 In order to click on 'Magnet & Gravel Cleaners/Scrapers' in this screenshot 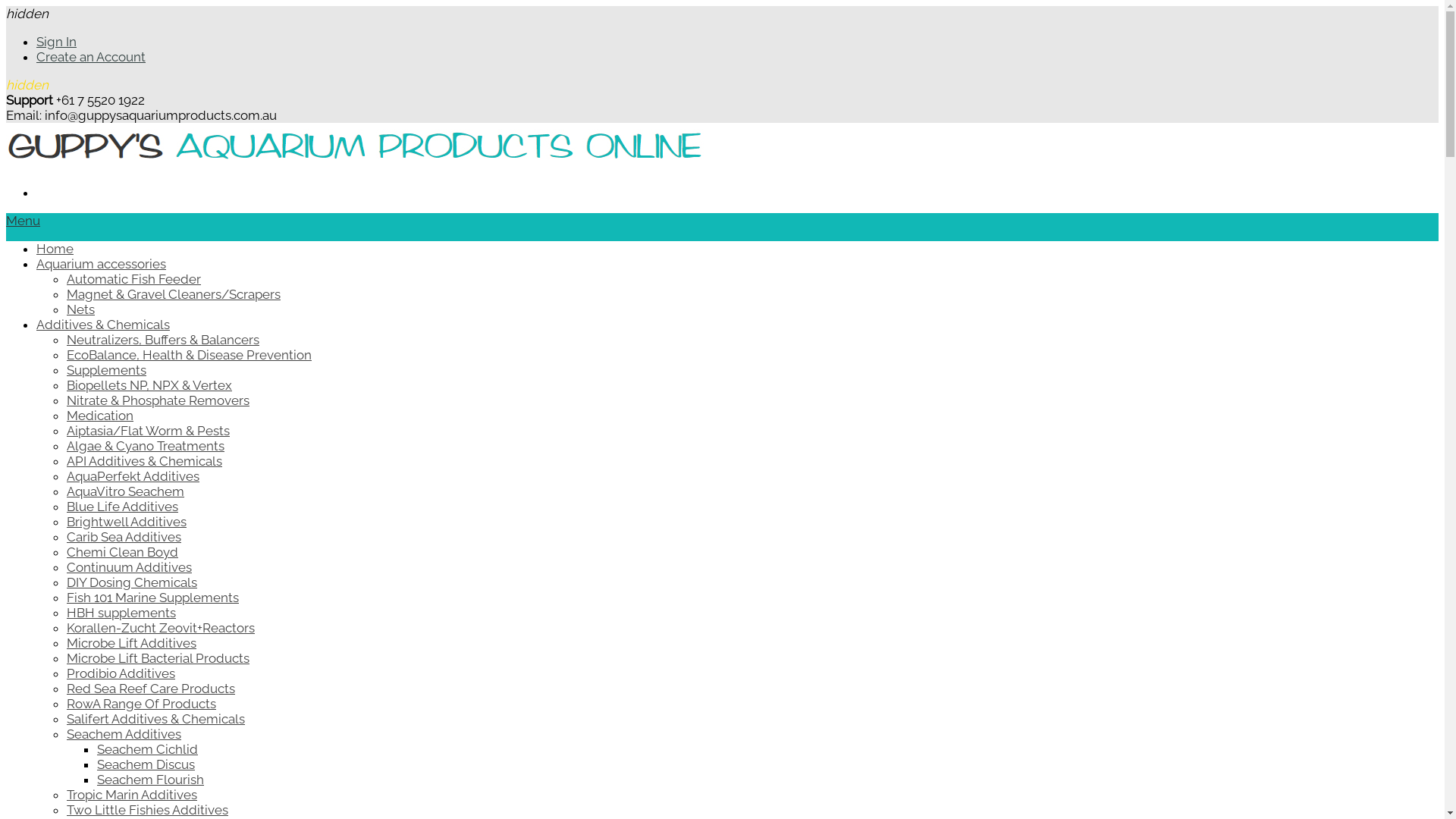, I will do `click(65, 294)`.